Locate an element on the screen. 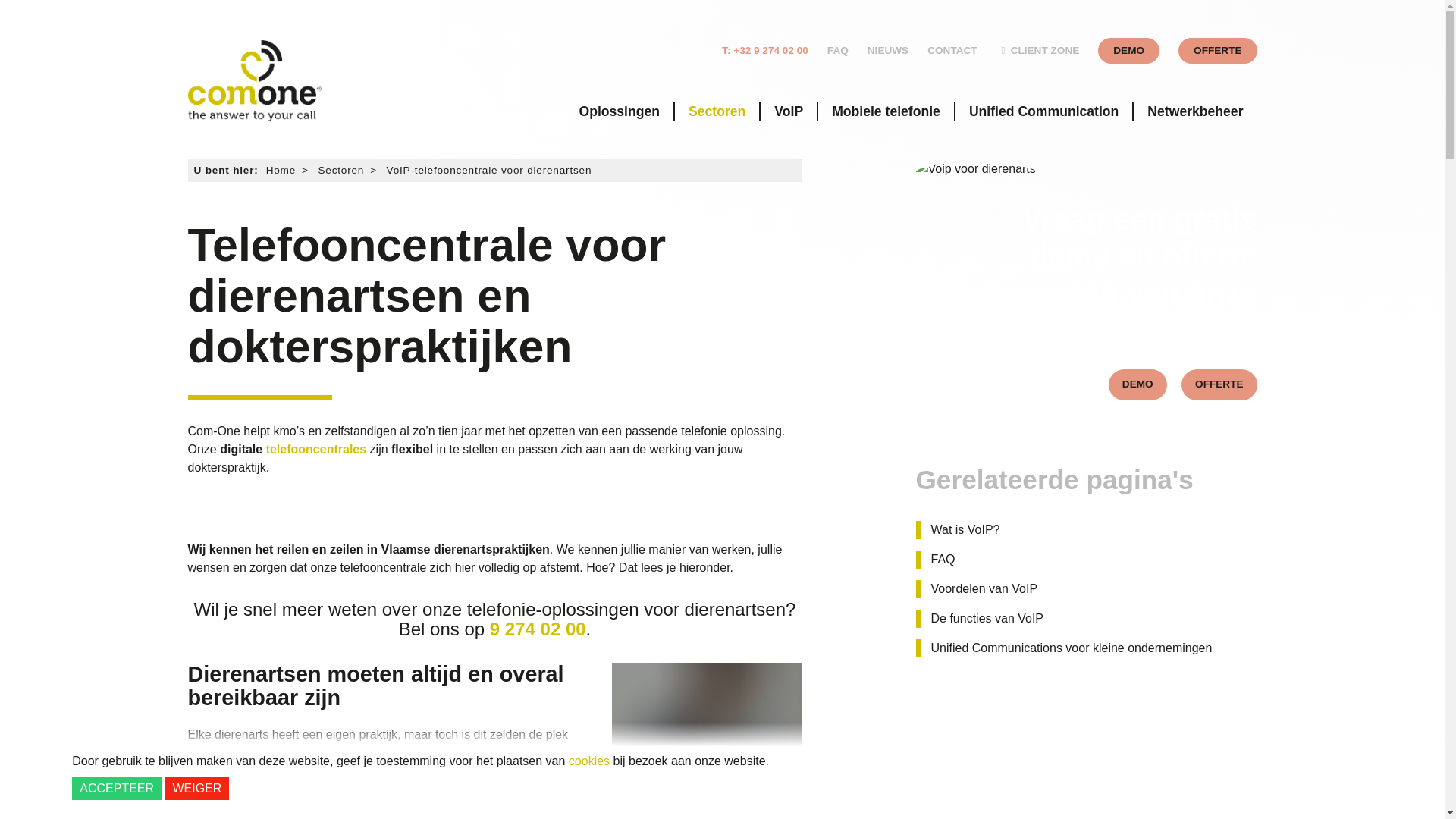  'WEIGER' is located at coordinates (165, 788).